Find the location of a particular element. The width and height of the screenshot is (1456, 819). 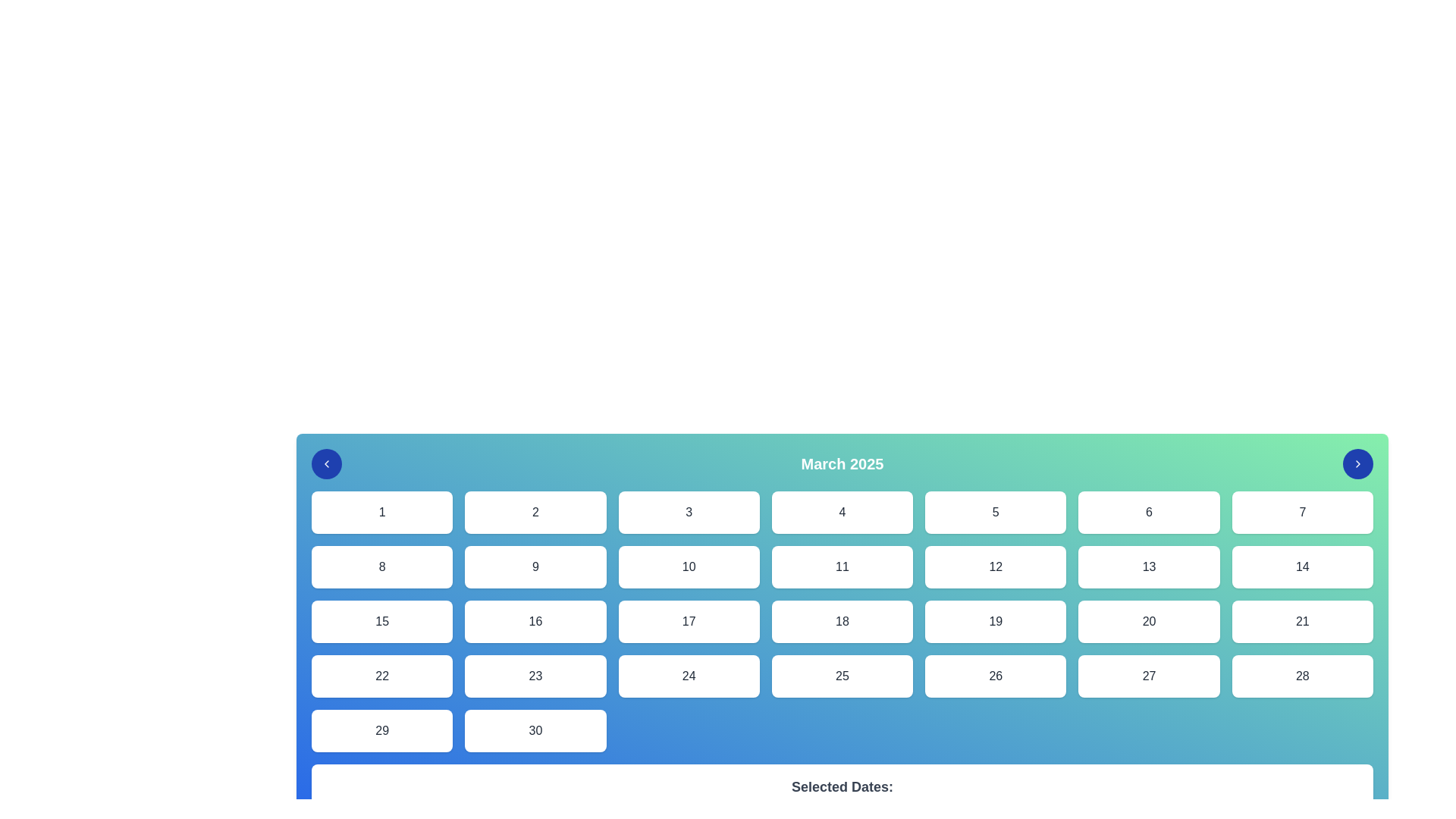

the grid cell representing the calendar day with the number '13', located in the second row and sixth column of the grid is located at coordinates (1149, 567).